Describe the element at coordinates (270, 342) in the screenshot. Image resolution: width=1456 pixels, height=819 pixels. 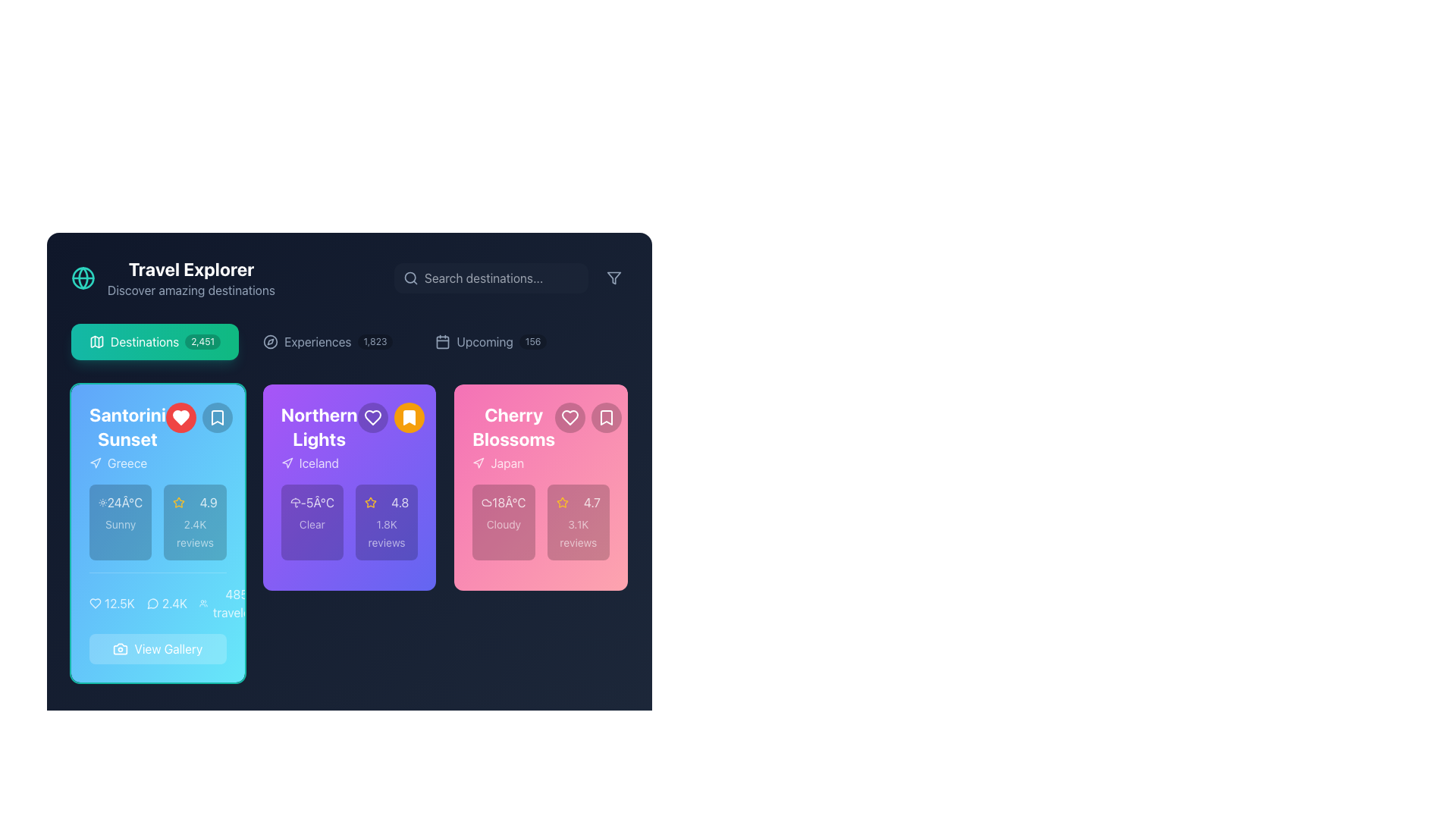
I see `the compass icon representing the 'Experiences' section` at that location.